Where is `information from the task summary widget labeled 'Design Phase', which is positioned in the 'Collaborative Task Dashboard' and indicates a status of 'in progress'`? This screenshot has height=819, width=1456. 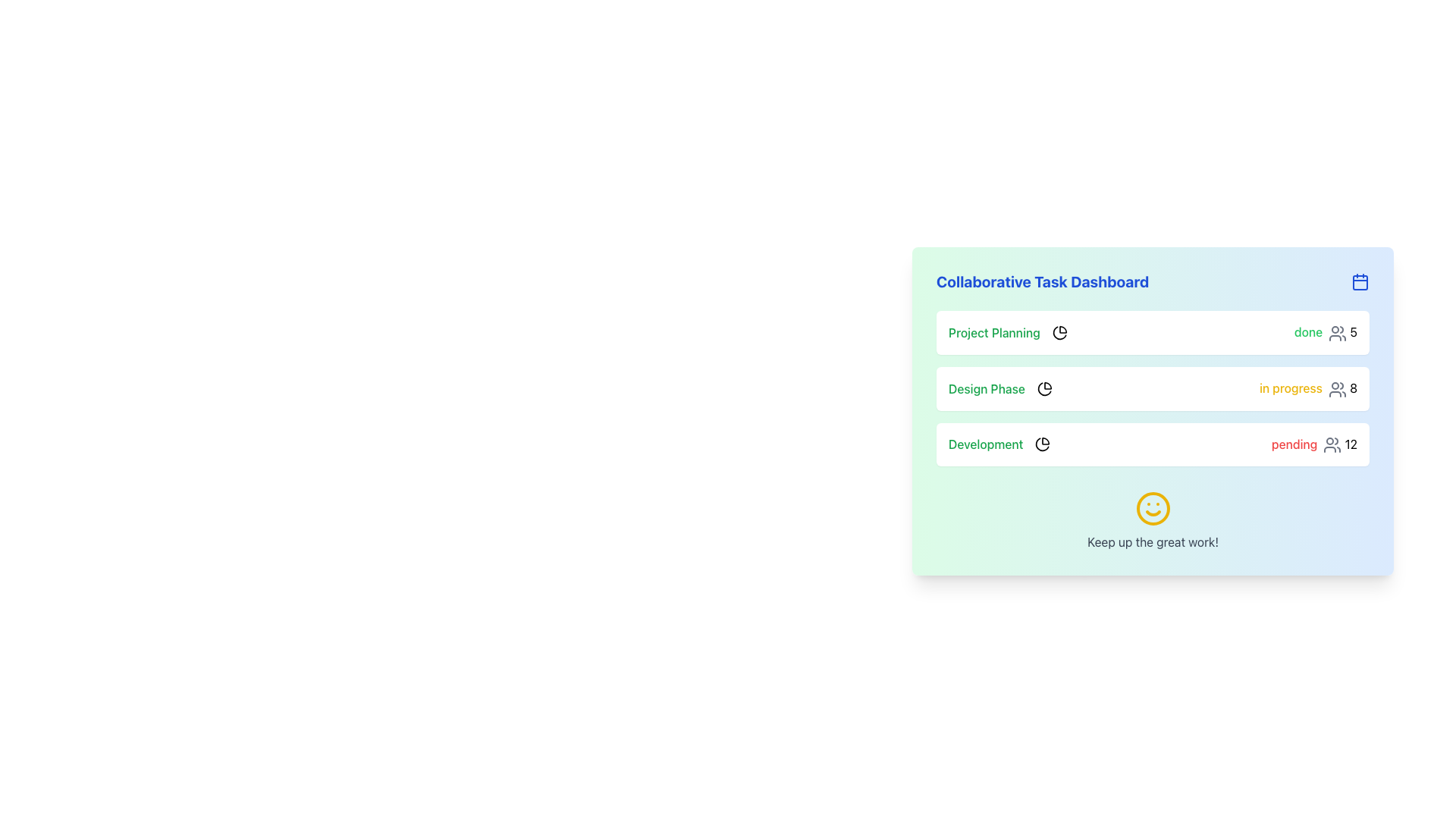 information from the task summary widget labeled 'Design Phase', which is positioned in the 'Collaborative Task Dashboard' and indicates a status of 'in progress' is located at coordinates (1153, 388).